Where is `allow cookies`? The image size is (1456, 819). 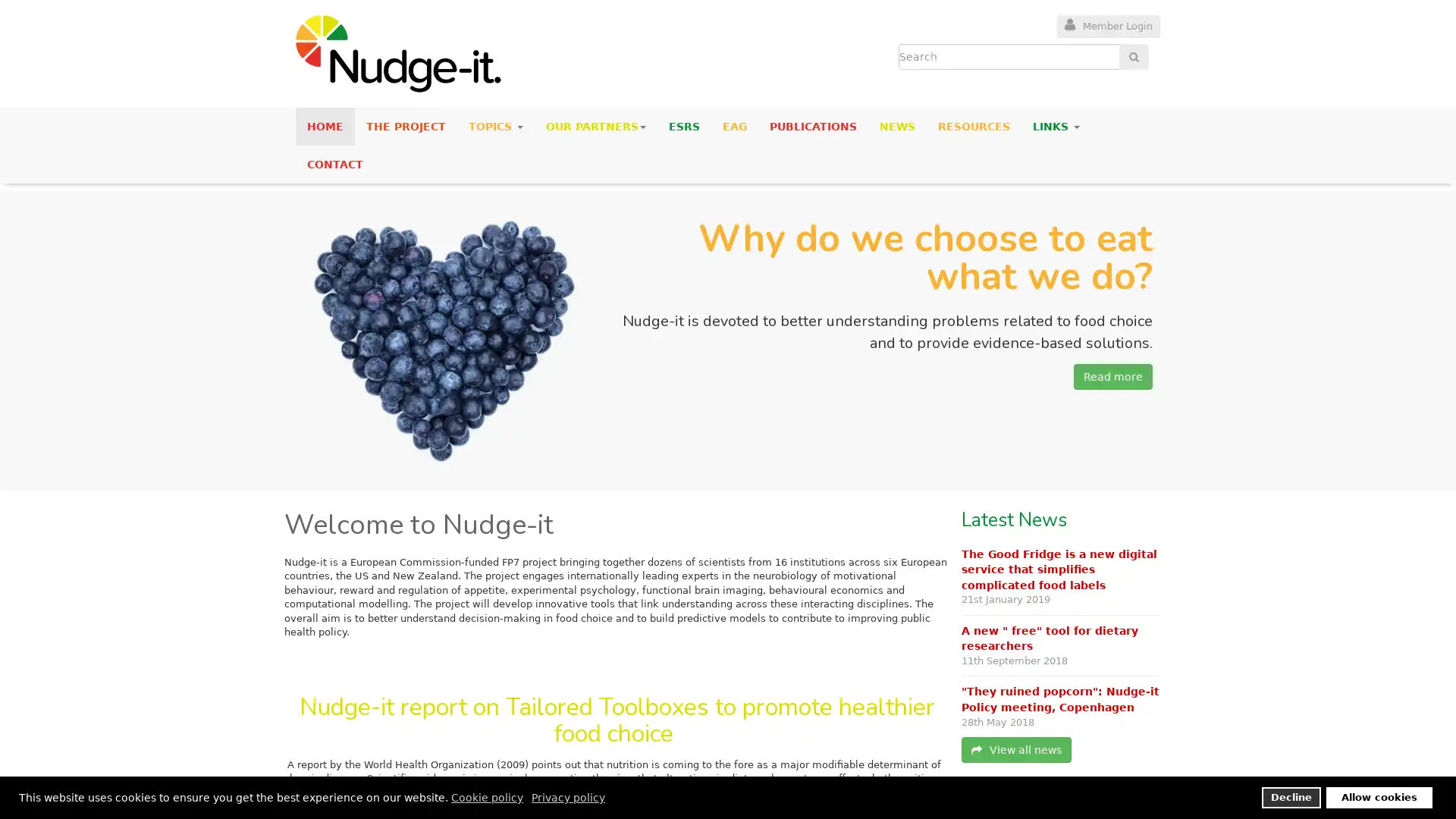
allow cookies is located at coordinates (1379, 796).